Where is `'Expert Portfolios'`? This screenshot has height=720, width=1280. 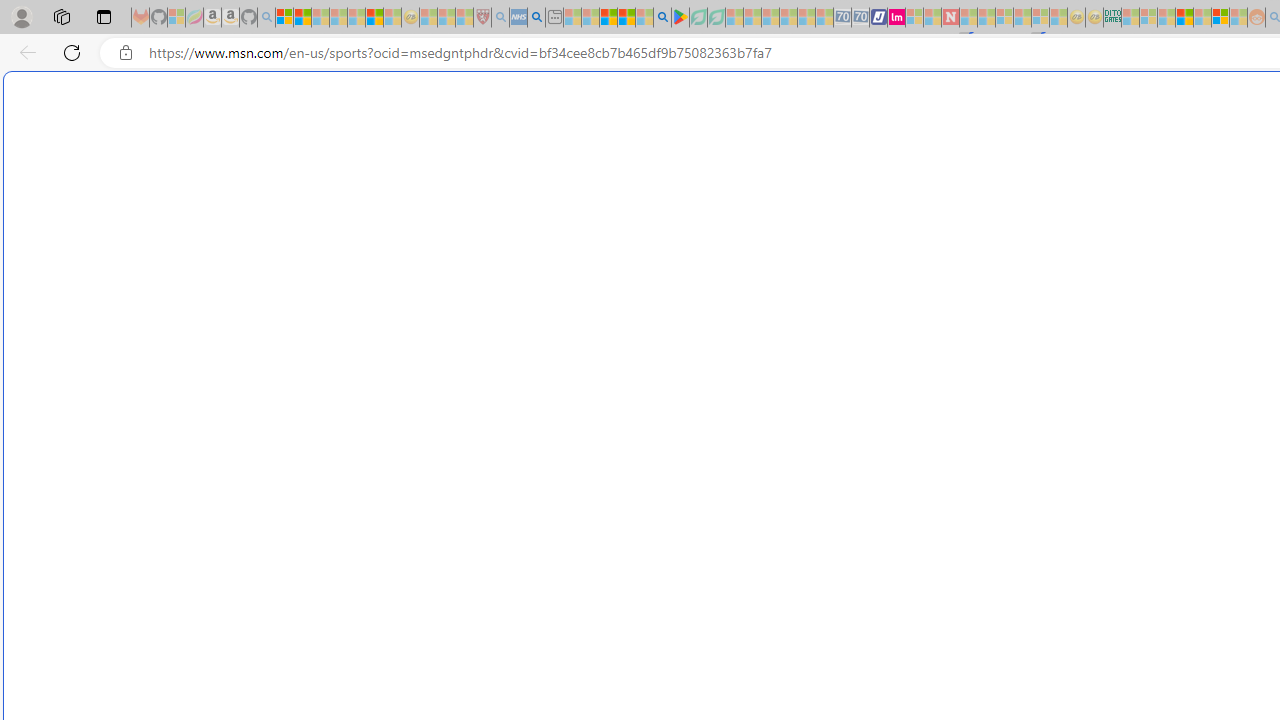 'Expert Portfolios' is located at coordinates (1184, 17).